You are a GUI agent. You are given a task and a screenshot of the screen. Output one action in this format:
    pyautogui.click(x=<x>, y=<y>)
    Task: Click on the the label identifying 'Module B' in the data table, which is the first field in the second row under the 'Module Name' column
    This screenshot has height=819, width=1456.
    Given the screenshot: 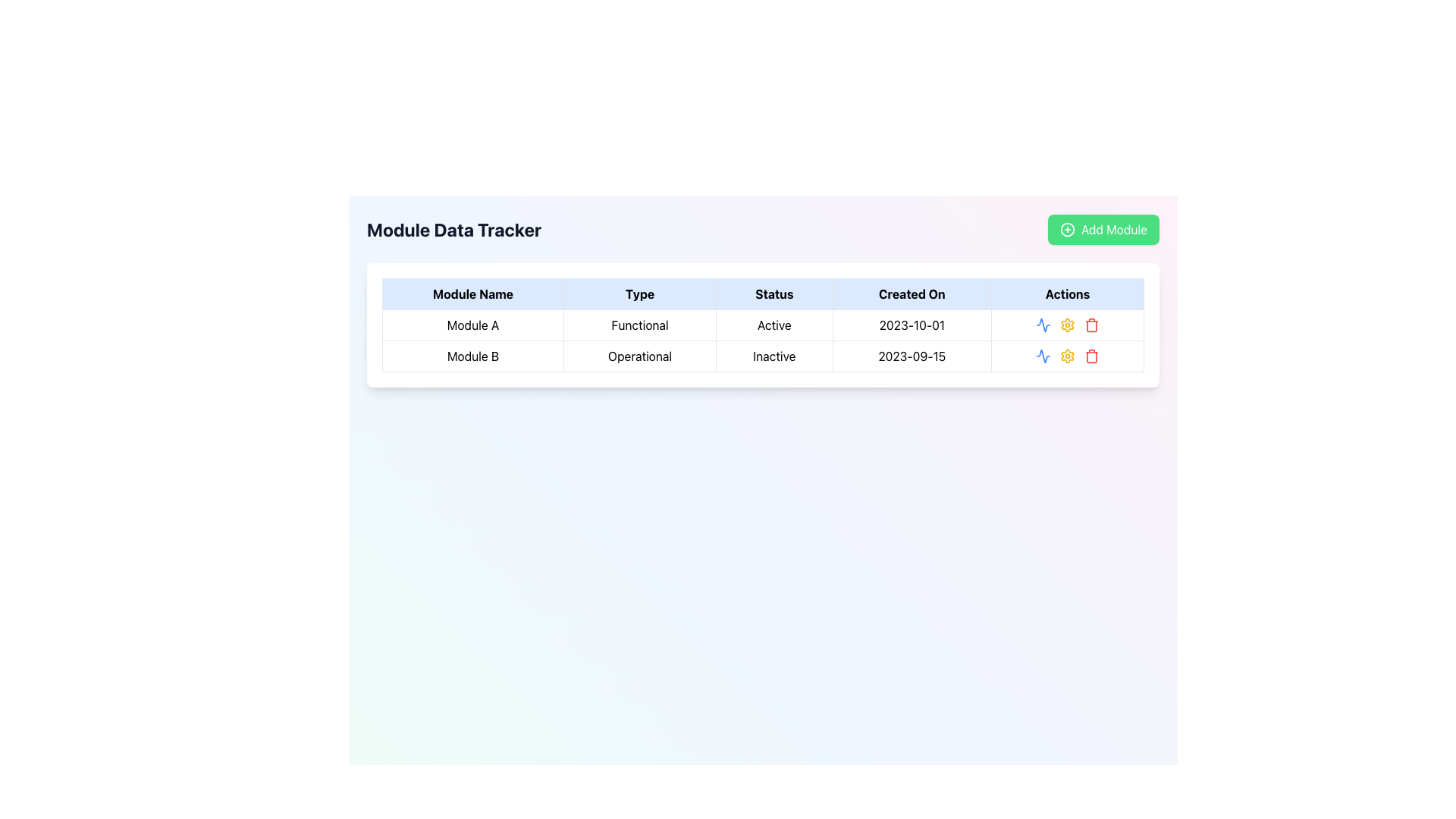 What is the action you would take?
    pyautogui.click(x=472, y=356)
    